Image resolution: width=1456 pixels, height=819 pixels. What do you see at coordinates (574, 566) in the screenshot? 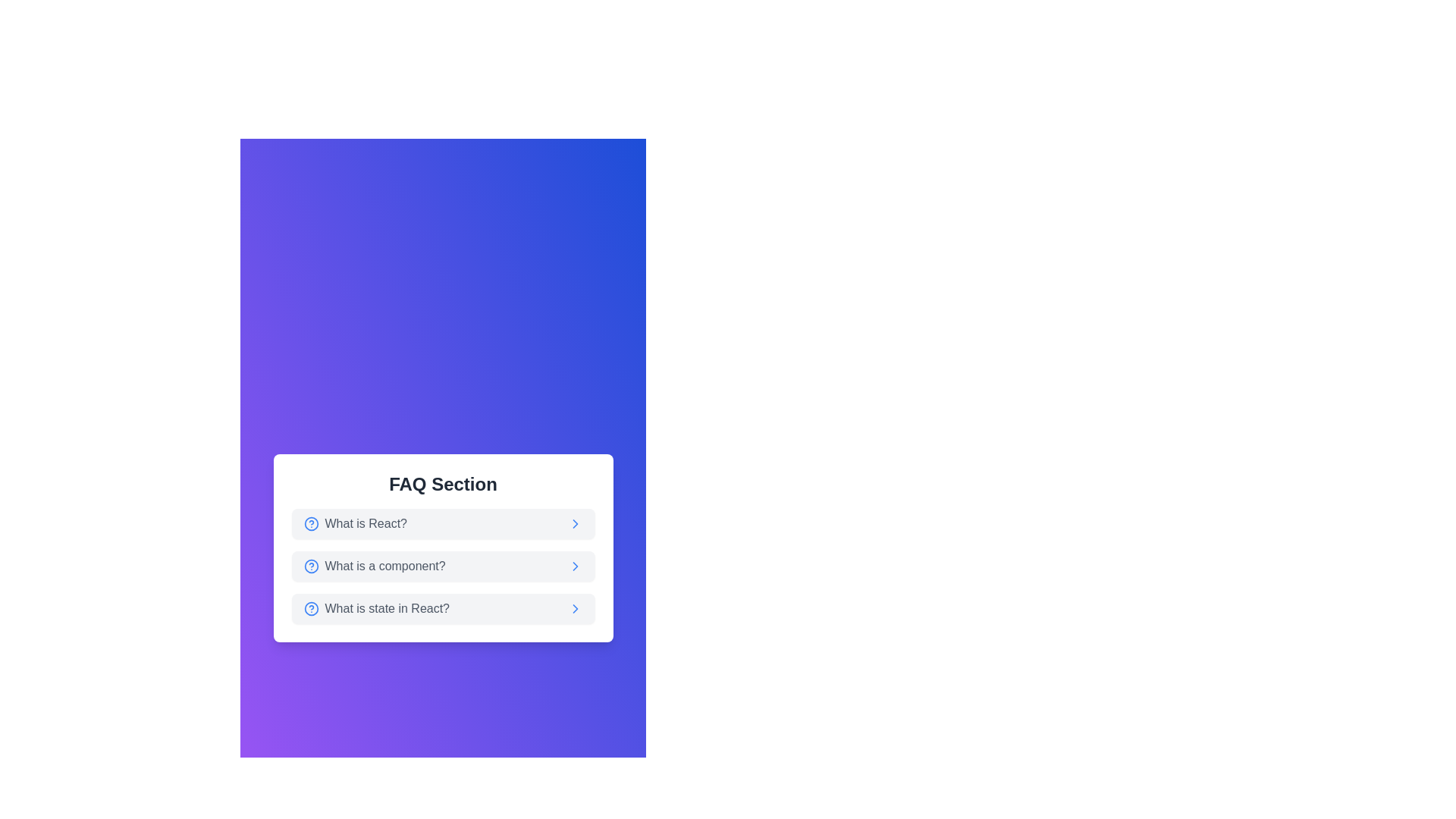
I see `the right-pointing chevron icon located in the interactive box of the second item in the FAQ list` at bounding box center [574, 566].